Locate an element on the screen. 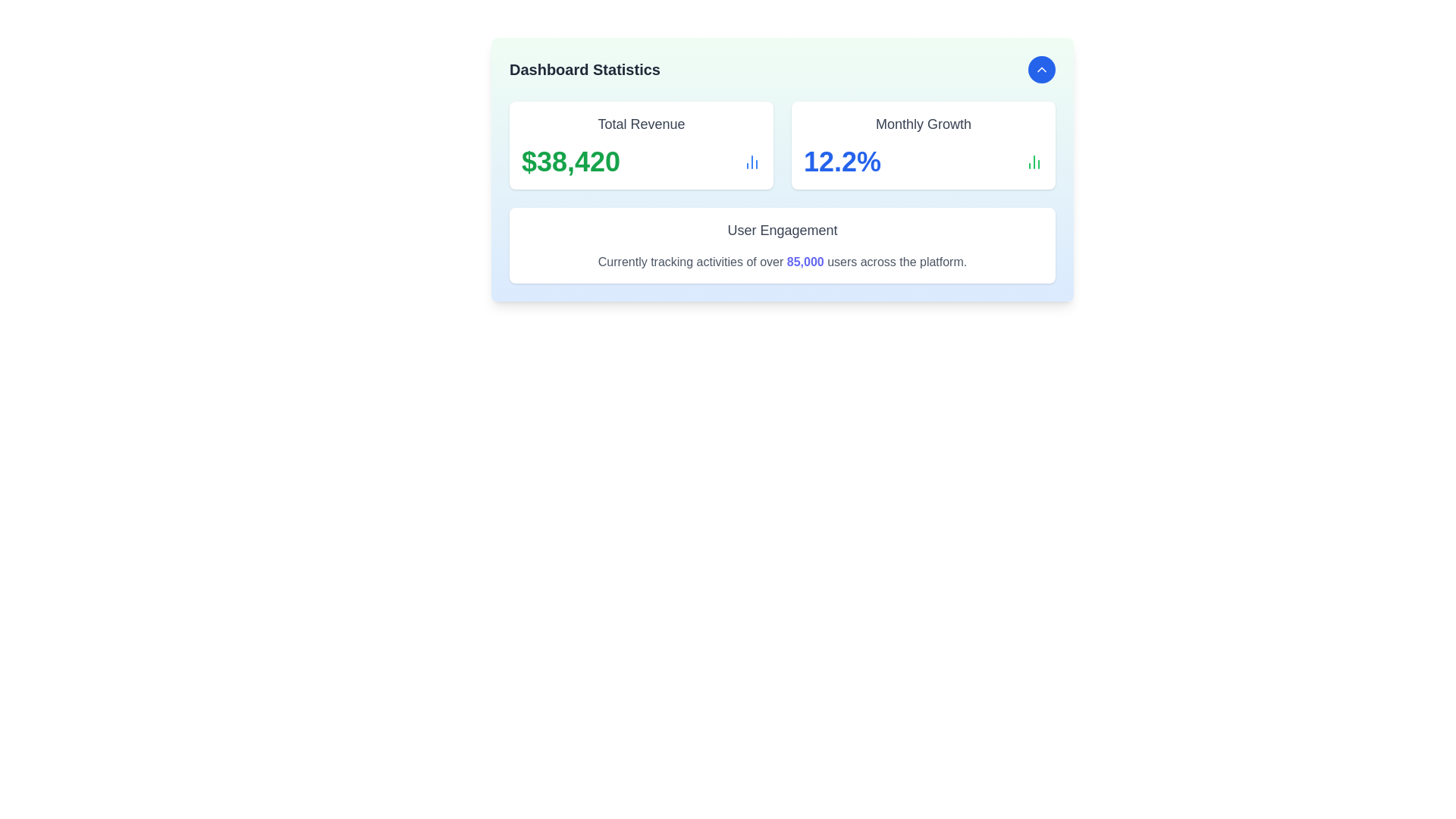 The width and height of the screenshot is (1456, 819). the text label stating 'Currently tracking activities of over 85,000 users across the platform.', which features '85,000' in bold blue font, located below the 'User Engagement' title in the middle card of the bottom row is located at coordinates (783, 262).